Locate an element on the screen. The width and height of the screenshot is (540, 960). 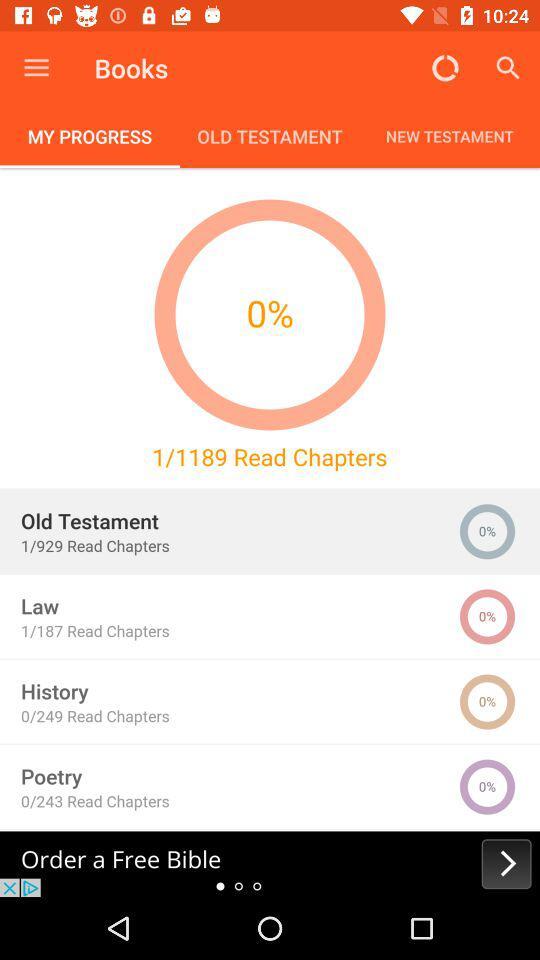
free bible advertisement is located at coordinates (270, 863).